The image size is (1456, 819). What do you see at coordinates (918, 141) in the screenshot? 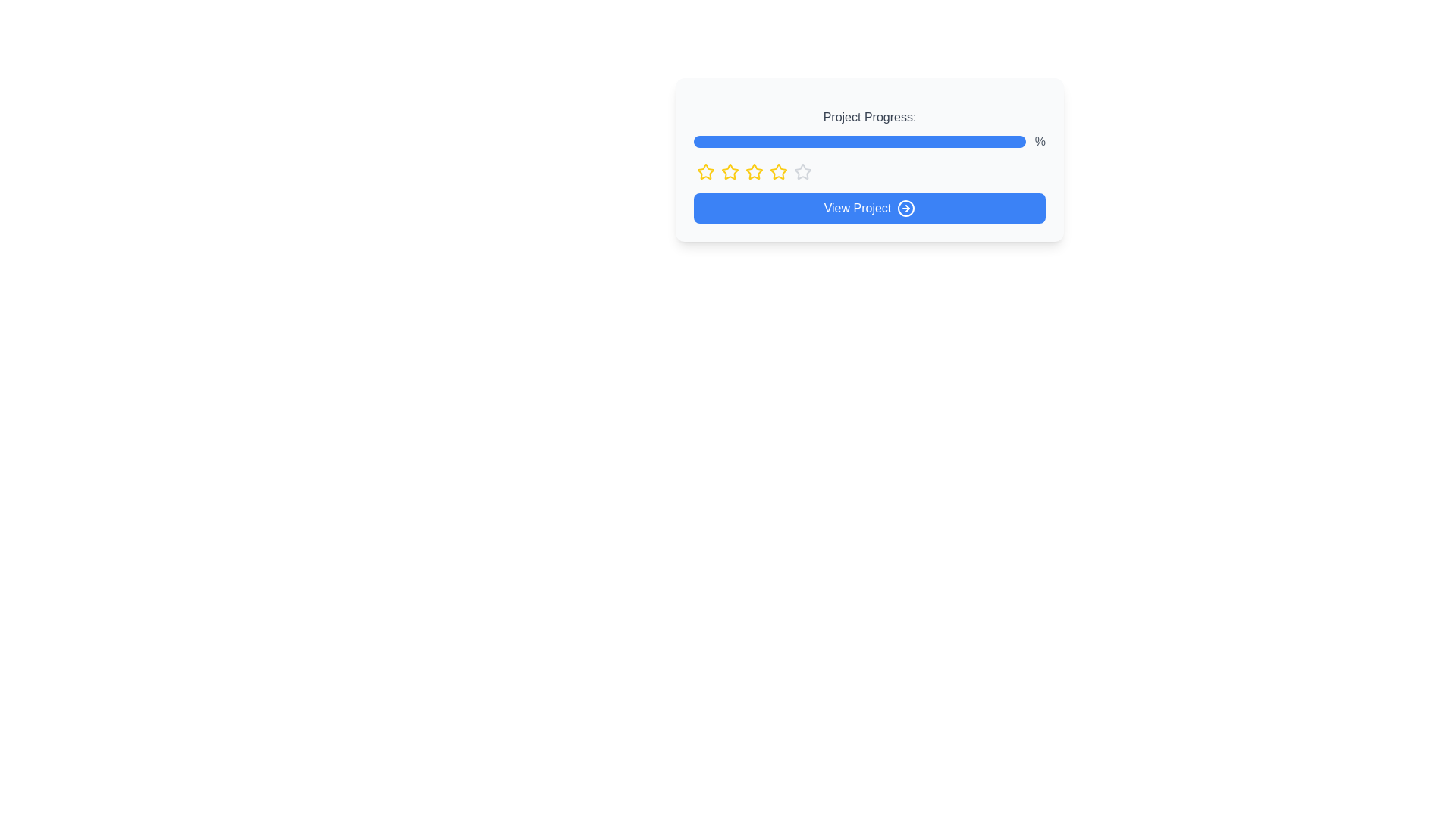
I see `progress` at bounding box center [918, 141].